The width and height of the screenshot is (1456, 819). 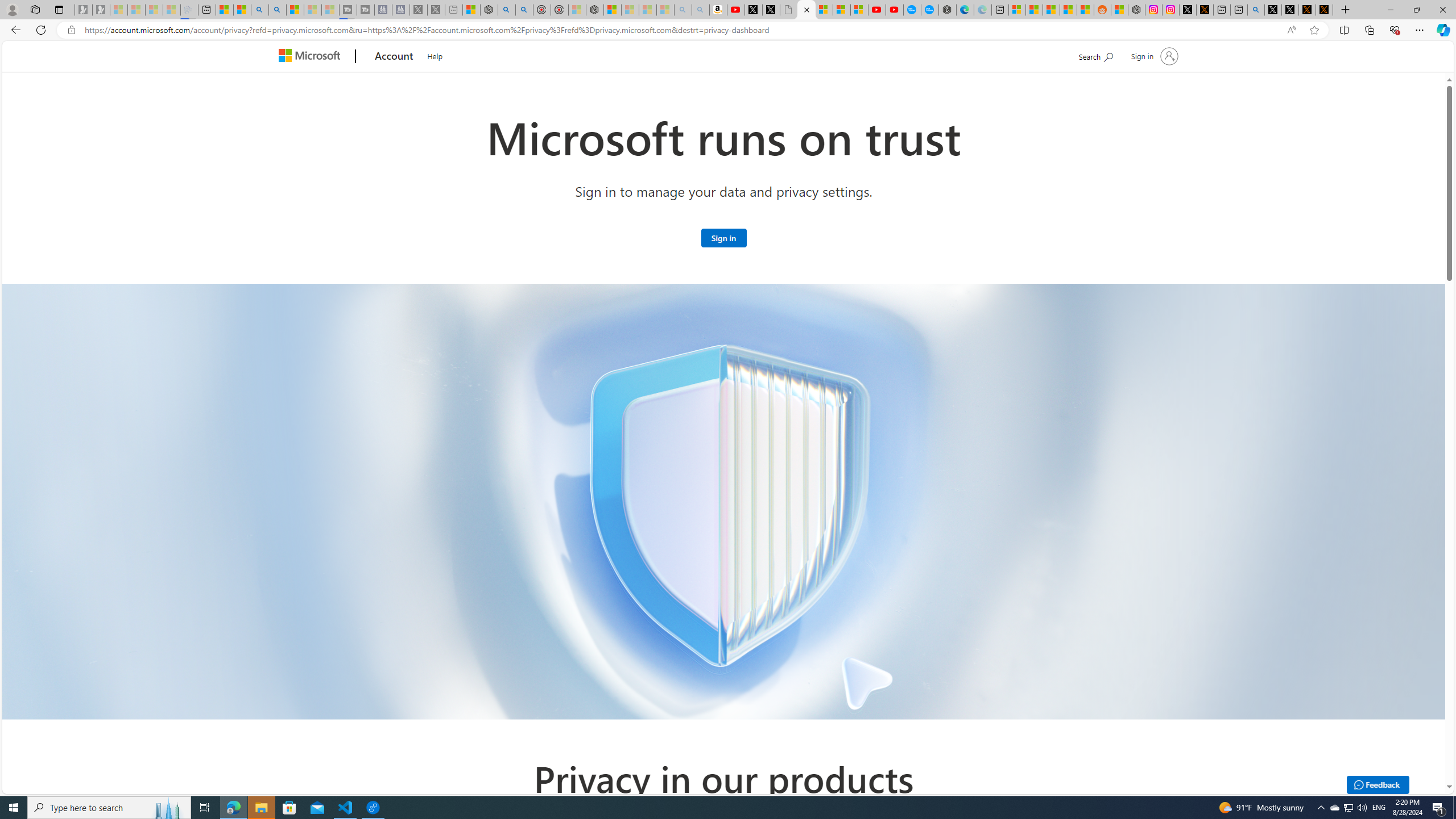 What do you see at coordinates (700, 9) in the screenshot?
I see `'Amazon Echo Dot PNG - Search Images - Sleeping'` at bounding box center [700, 9].